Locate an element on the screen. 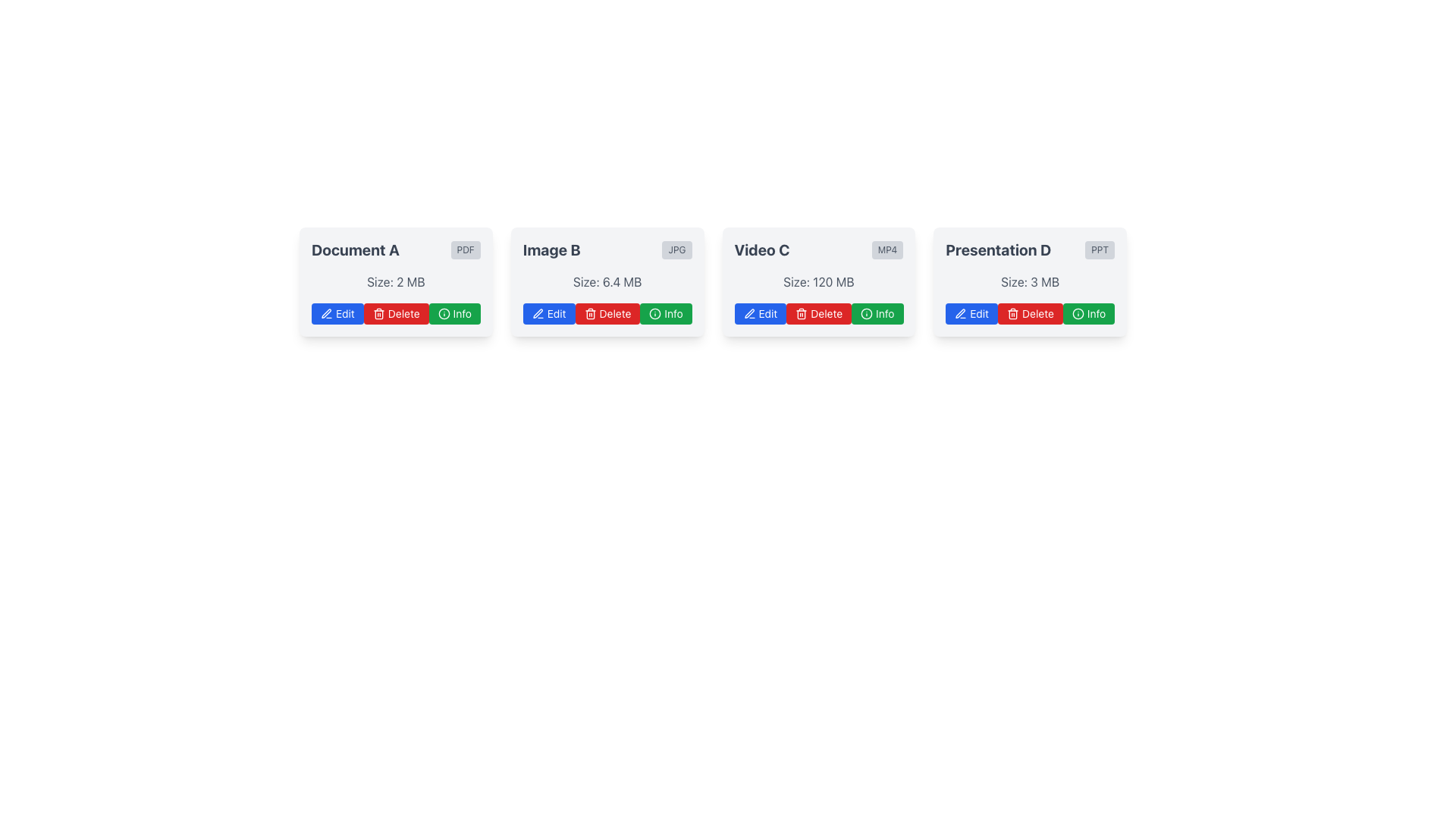  the red 'Delete' button with rounded corners and a trash-can icon to change its color, indicating interactivity is located at coordinates (607, 312).